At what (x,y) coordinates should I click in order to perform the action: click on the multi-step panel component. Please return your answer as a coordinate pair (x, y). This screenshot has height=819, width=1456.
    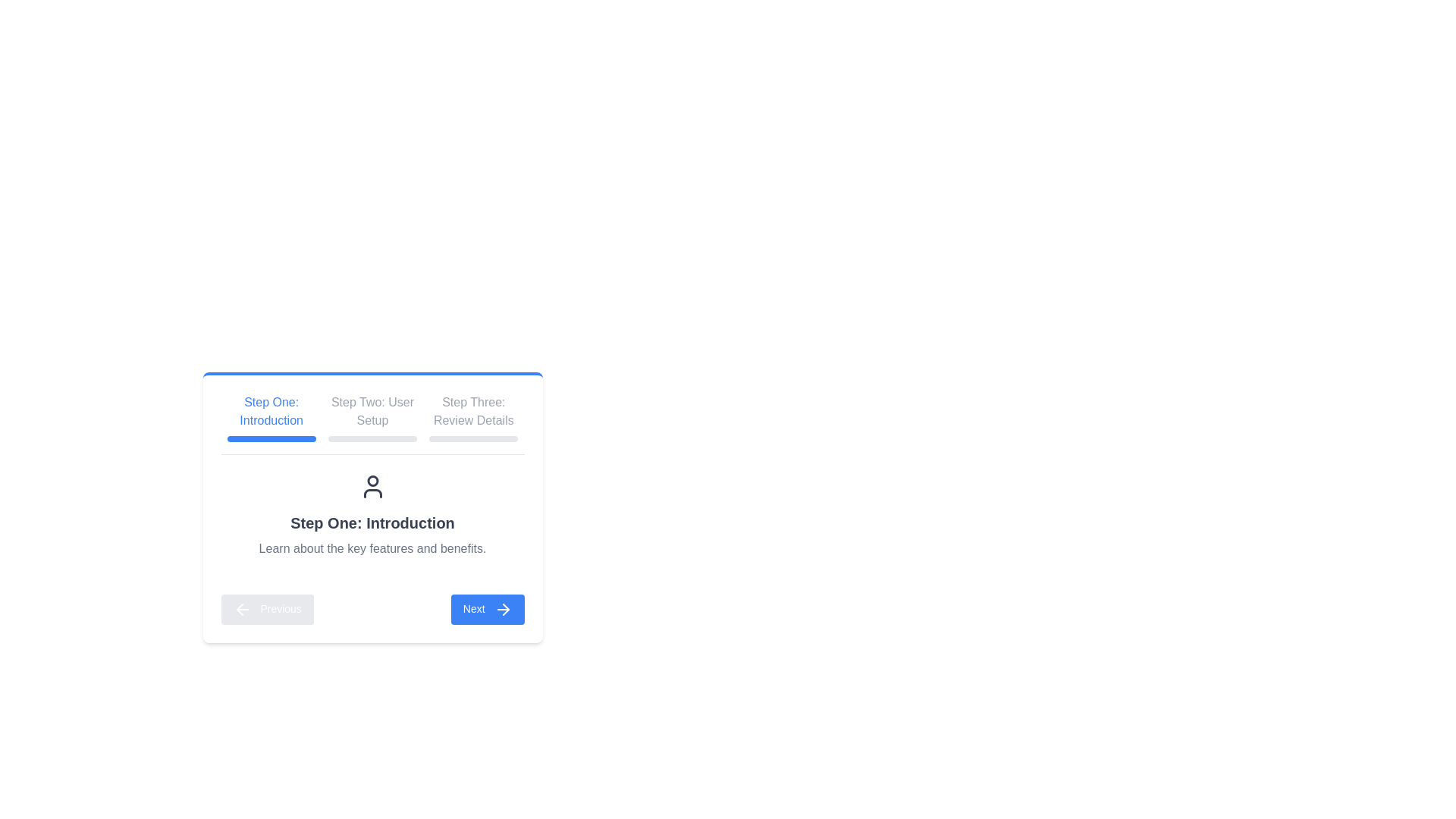
    Looking at the image, I should click on (372, 507).